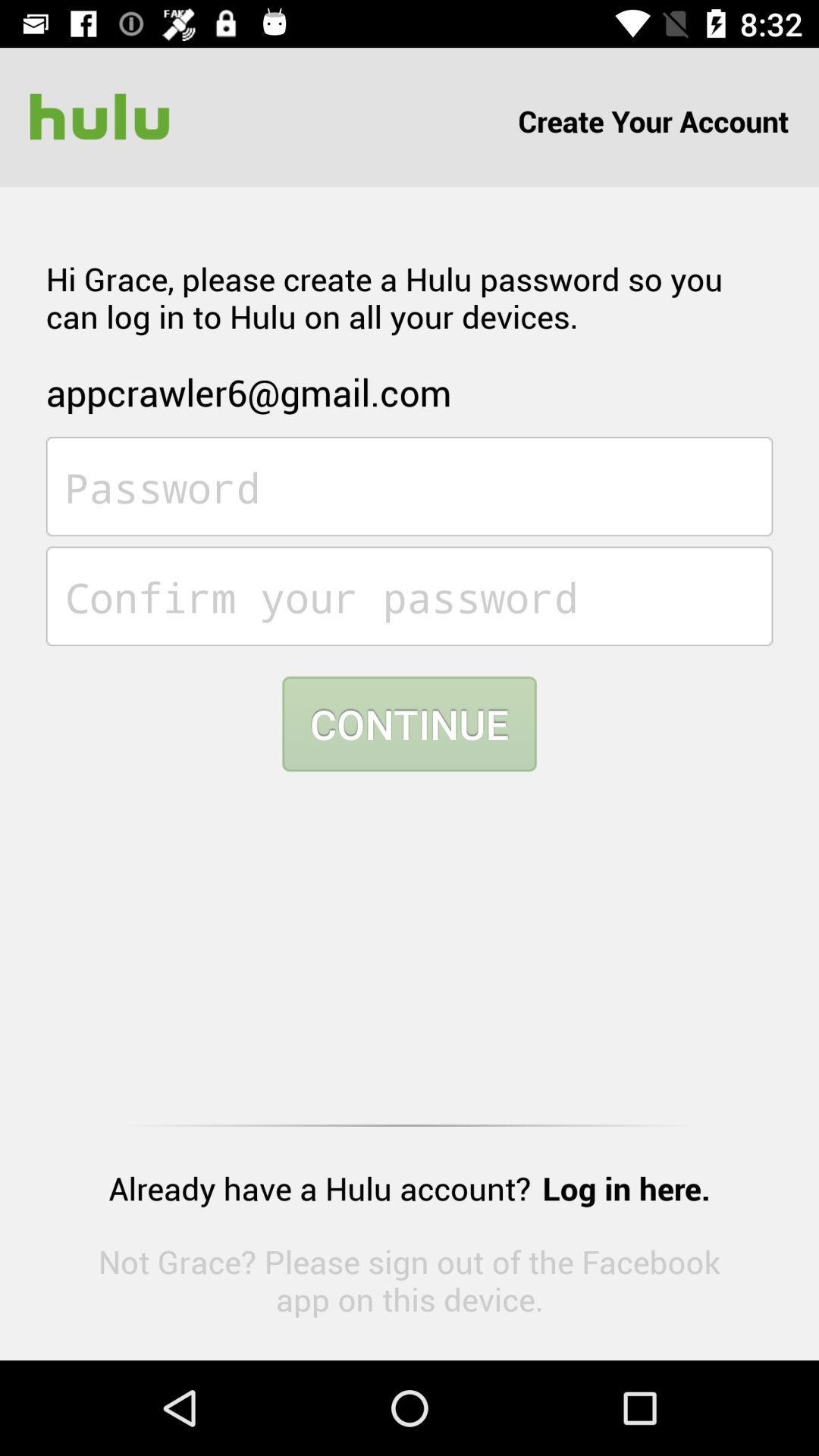 The height and width of the screenshot is (1456, 819). I want to click on confirm password, so click(409, 595).